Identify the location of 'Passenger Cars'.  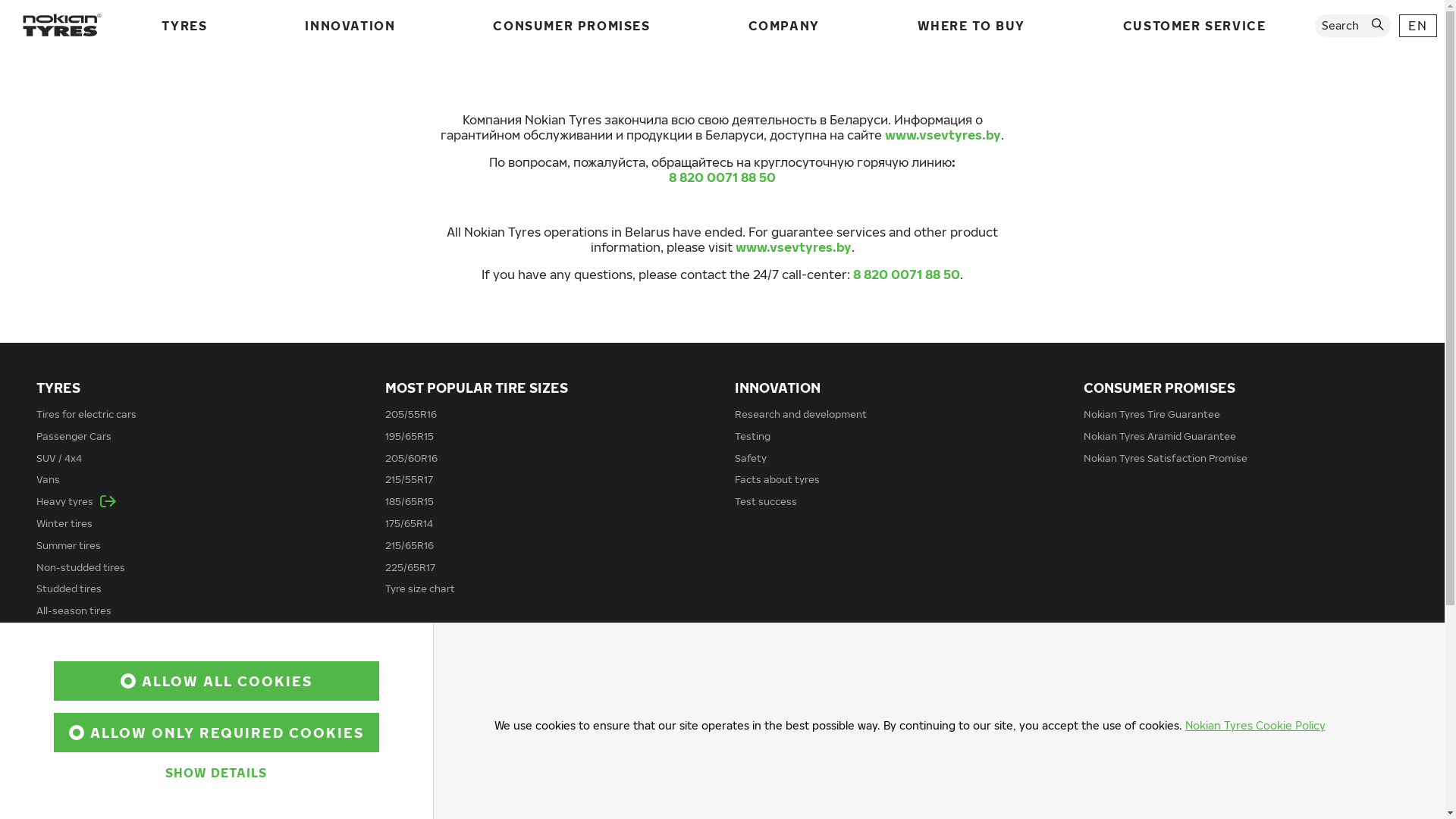
(36, 435).